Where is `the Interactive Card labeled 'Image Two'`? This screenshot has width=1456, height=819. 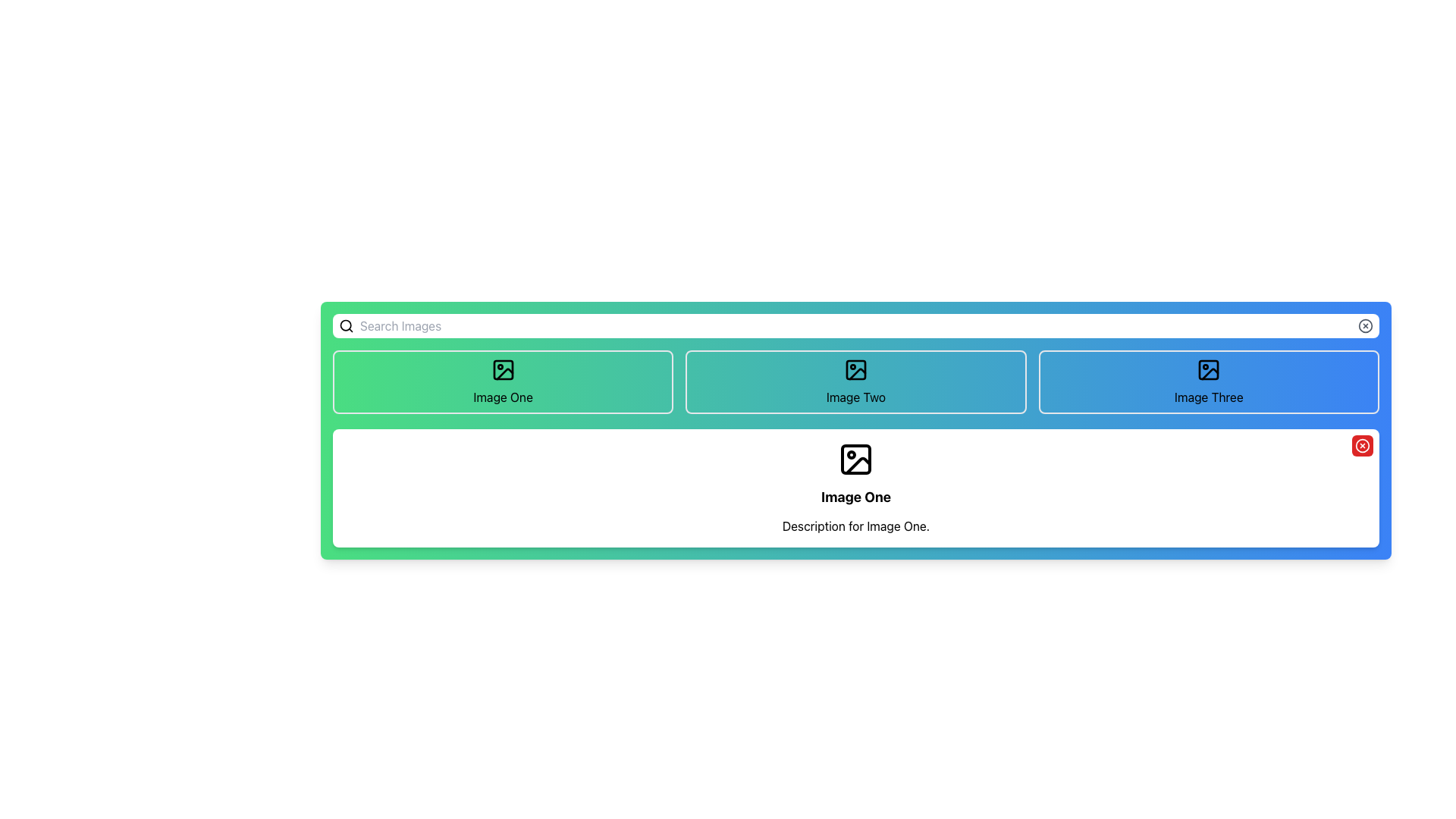
the Interactive Card labeled 'Image Two' is located at coordinates (855, 381).